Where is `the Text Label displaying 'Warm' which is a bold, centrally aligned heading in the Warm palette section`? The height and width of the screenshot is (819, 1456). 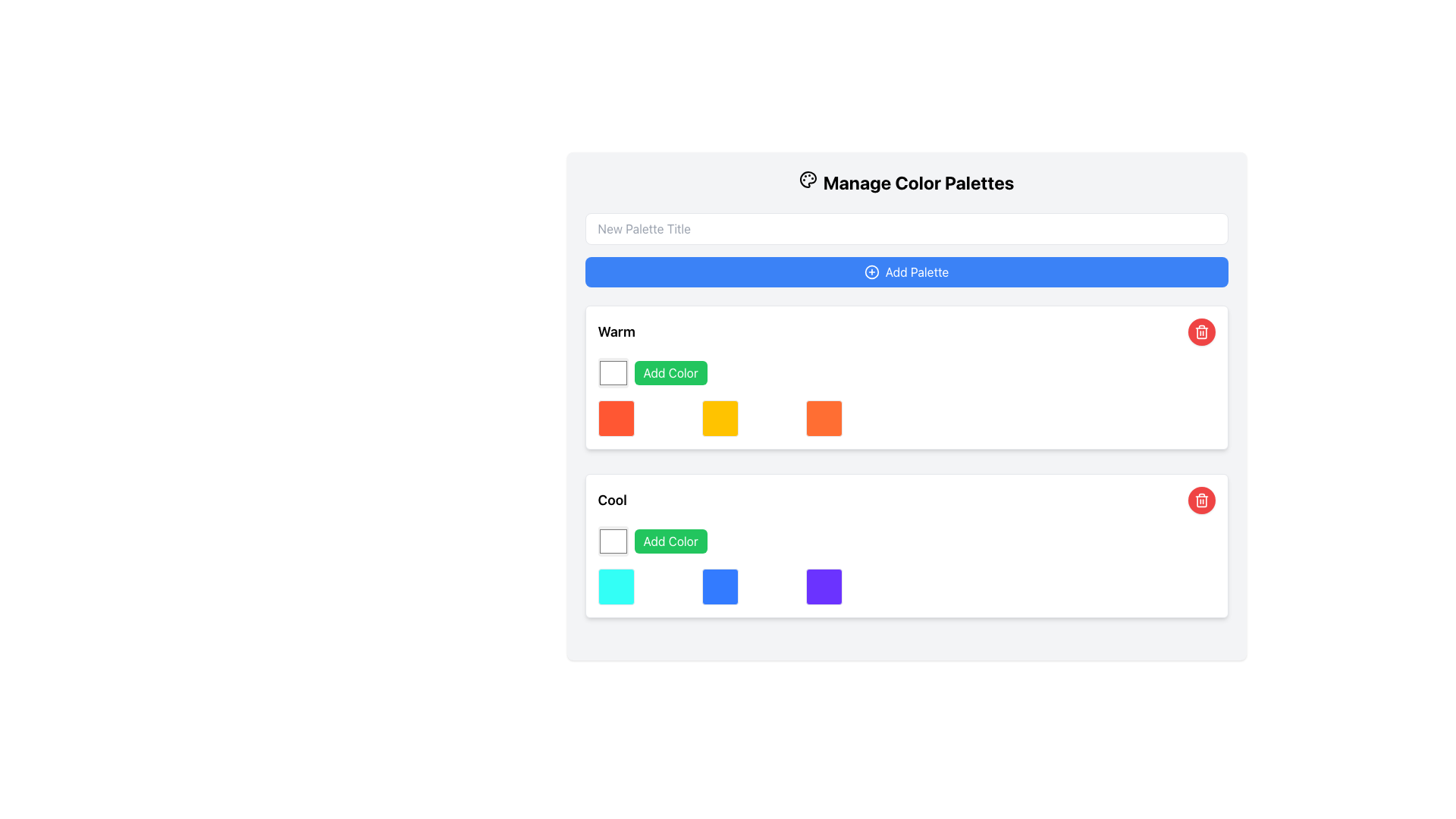 the Text Label displaying 'Warm' which is a bold, centrally aligned heading in the Warm palette section is located at coordinates (617, 331).